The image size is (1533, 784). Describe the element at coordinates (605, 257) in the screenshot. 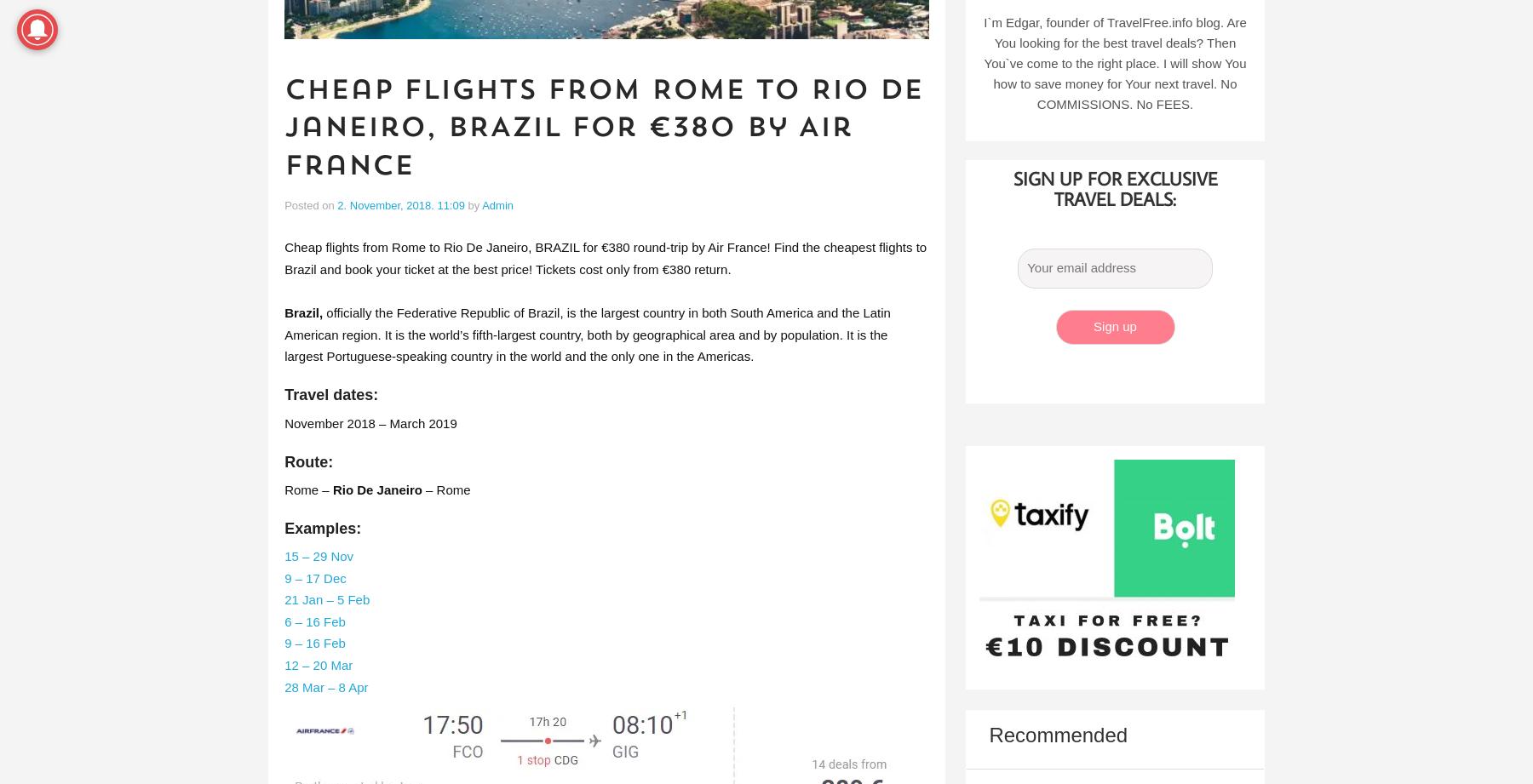

I see `'Cheap flights from Rome to Rio De Janeiro, BRAZIL for €380 round-trip by Air France! Find the cheapest flights to Brazil and book your ticket at the best price! Tickets cost only from €380 return.'` at that location.